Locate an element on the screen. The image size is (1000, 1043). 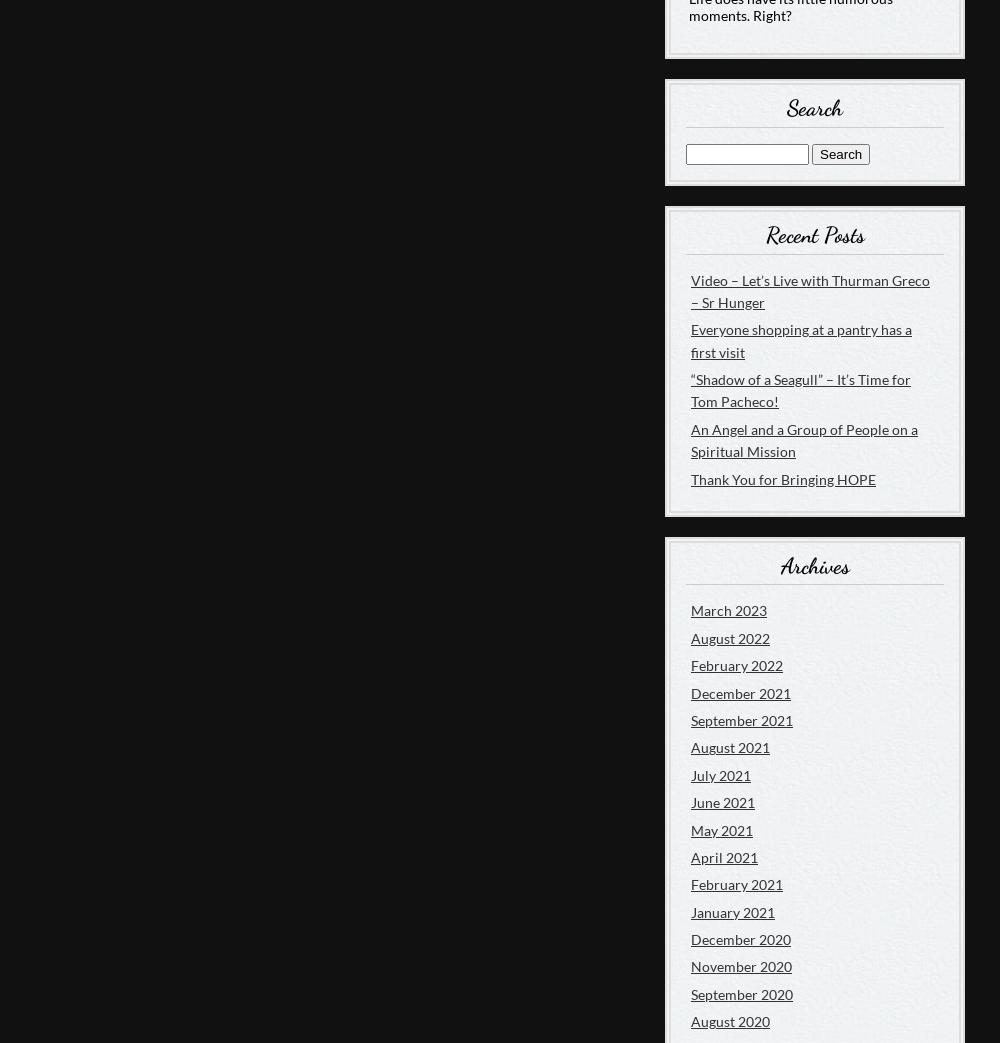
'Everyone shopping at a pantry has a first visit' is located at coordinates (801, 339).